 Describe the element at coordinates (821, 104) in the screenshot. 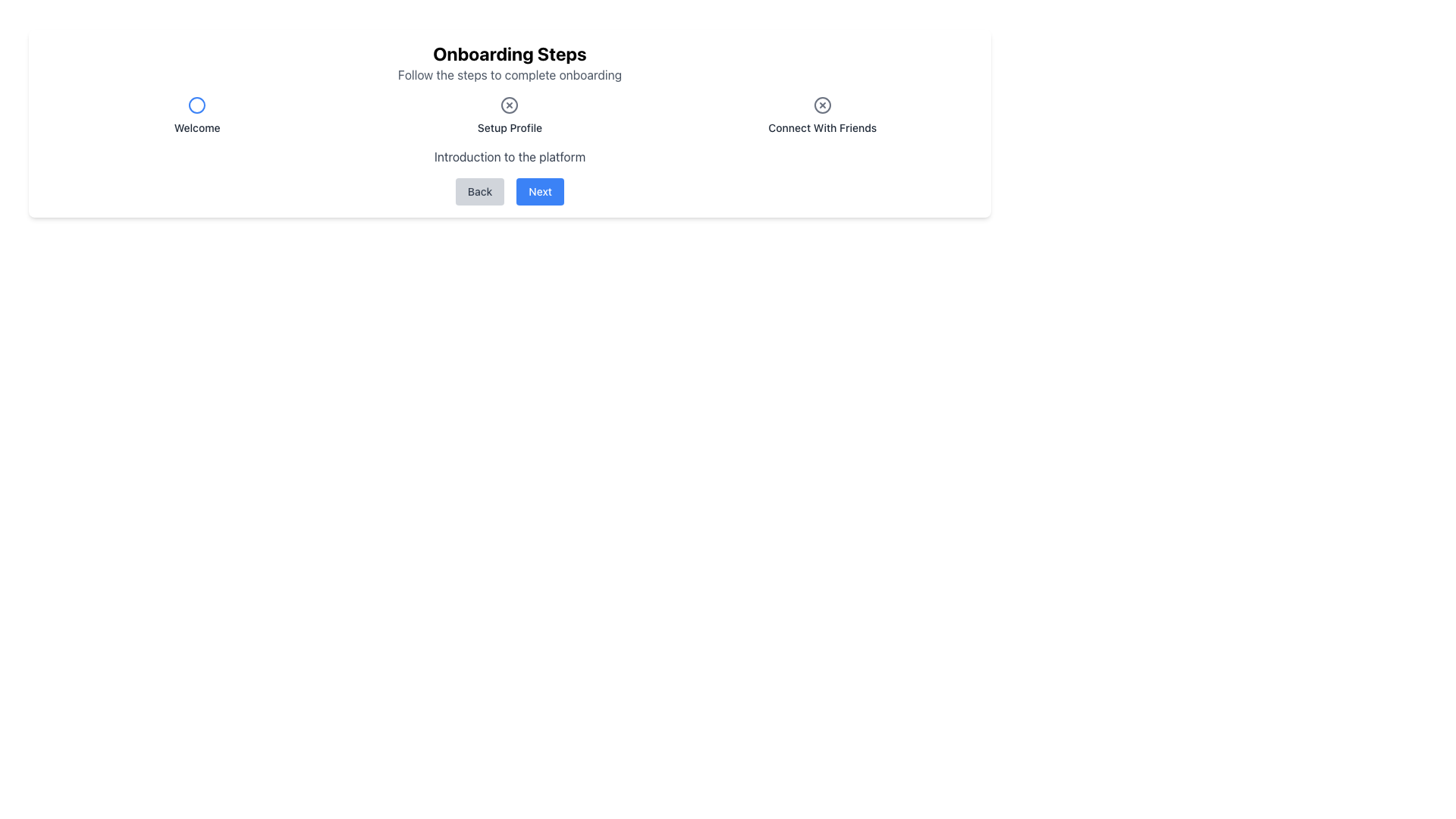

I see `circular icon with a cross mark (X) inside it, located above the step title text in the 'Connect With Friends' onboarding step` at that location.